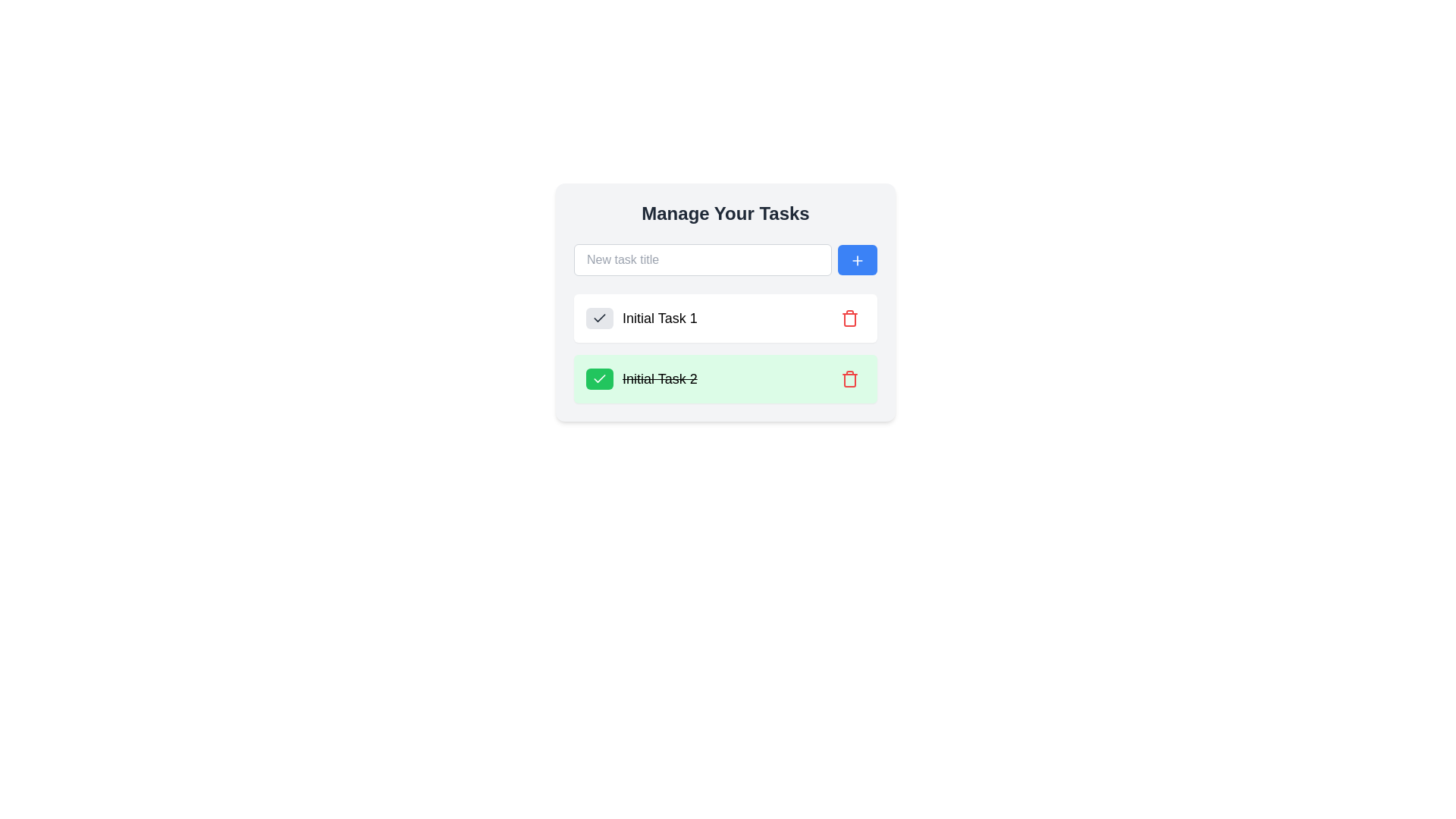 This screenshot has width=1456, height=819. What do you see at coordinates (599, 378) in the screenshot?
I see `the green checkmark icon which is styled as a button with a white outline, located to the left of the text 'Initial Task 2'` at bounding box center [599, 378].